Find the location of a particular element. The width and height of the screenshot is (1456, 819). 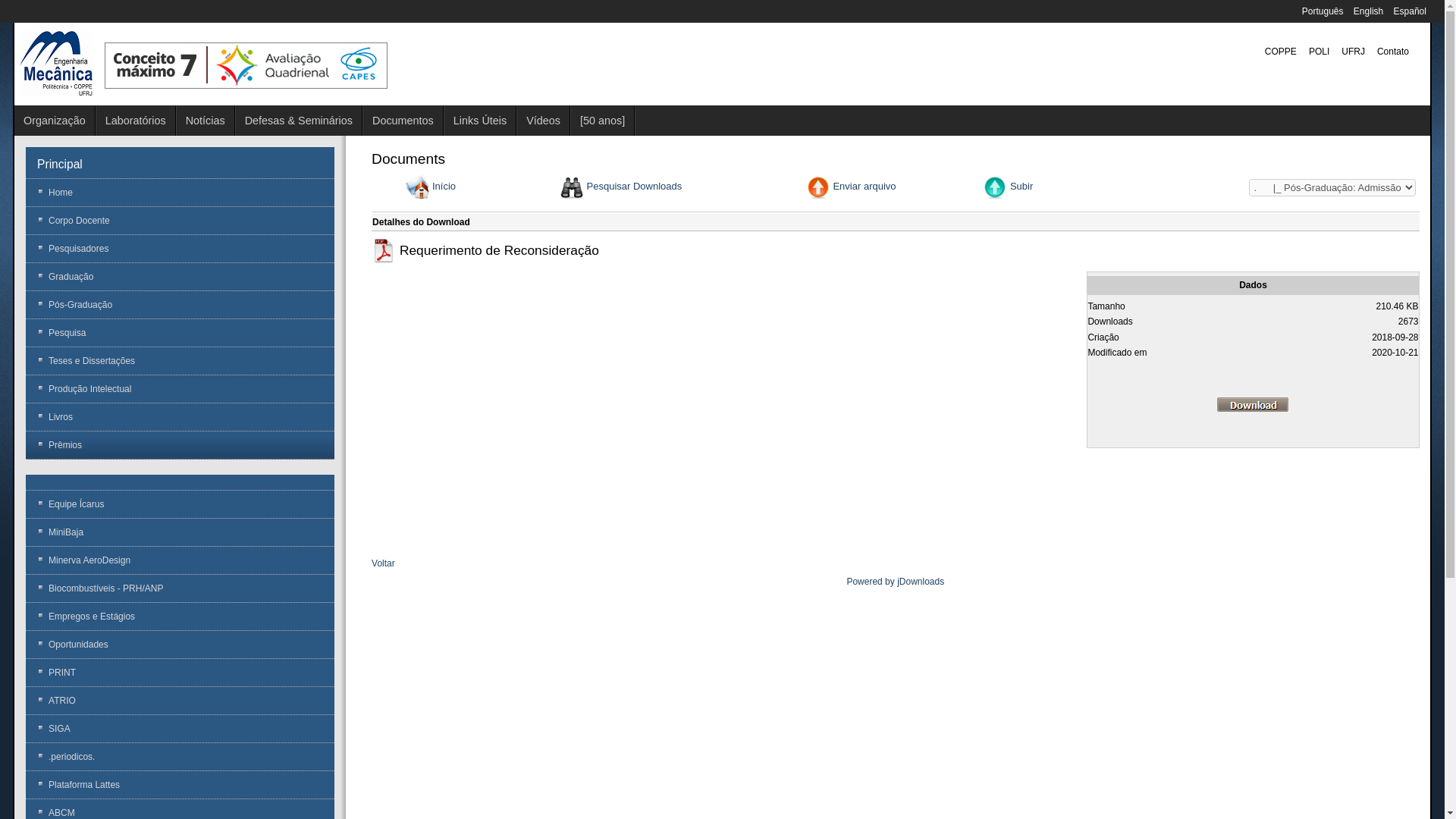

'Enviar arquivo' is located at coordinates (864, 186).